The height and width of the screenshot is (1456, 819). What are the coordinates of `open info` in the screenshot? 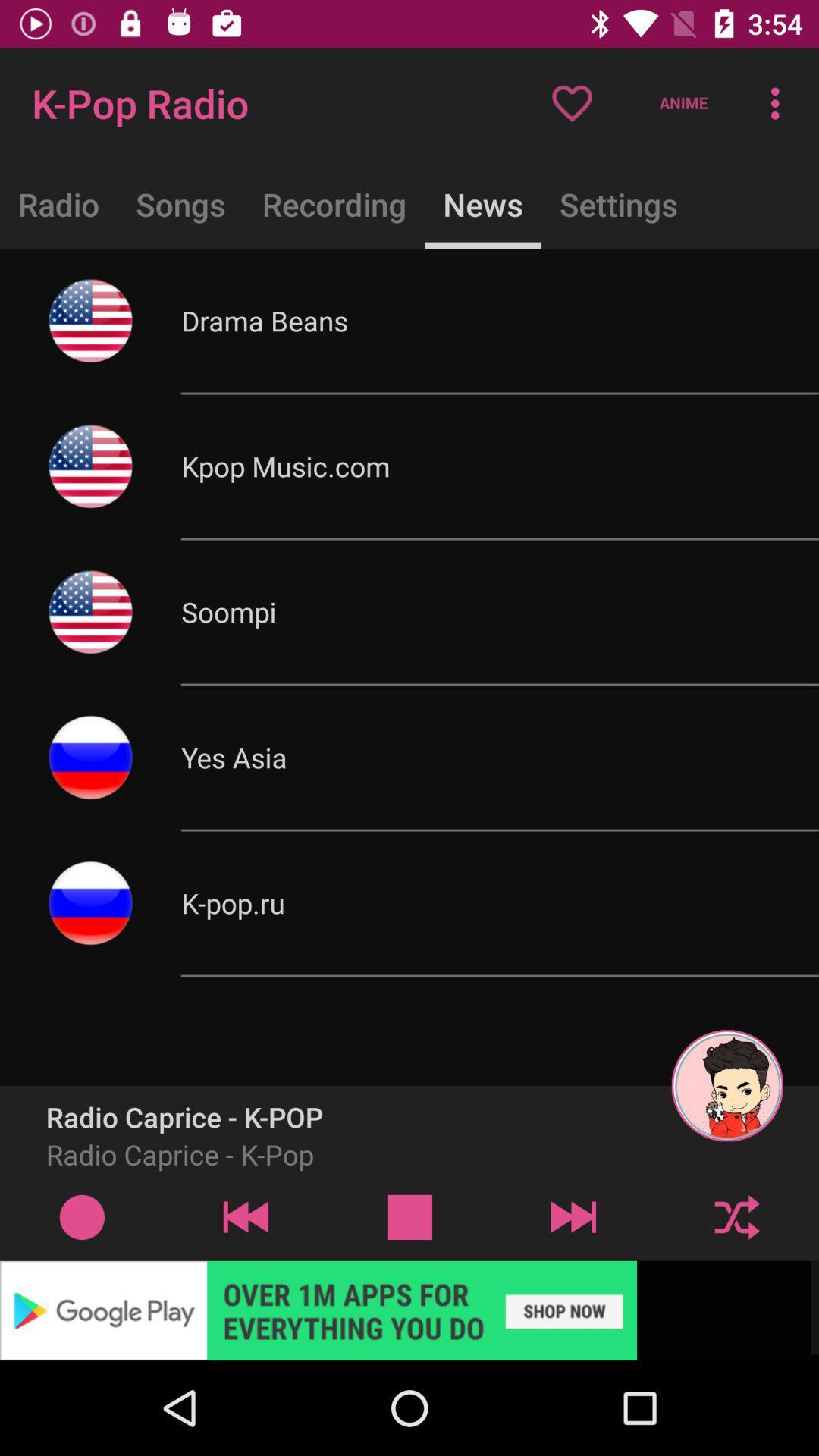 It's located at (82, 1216).